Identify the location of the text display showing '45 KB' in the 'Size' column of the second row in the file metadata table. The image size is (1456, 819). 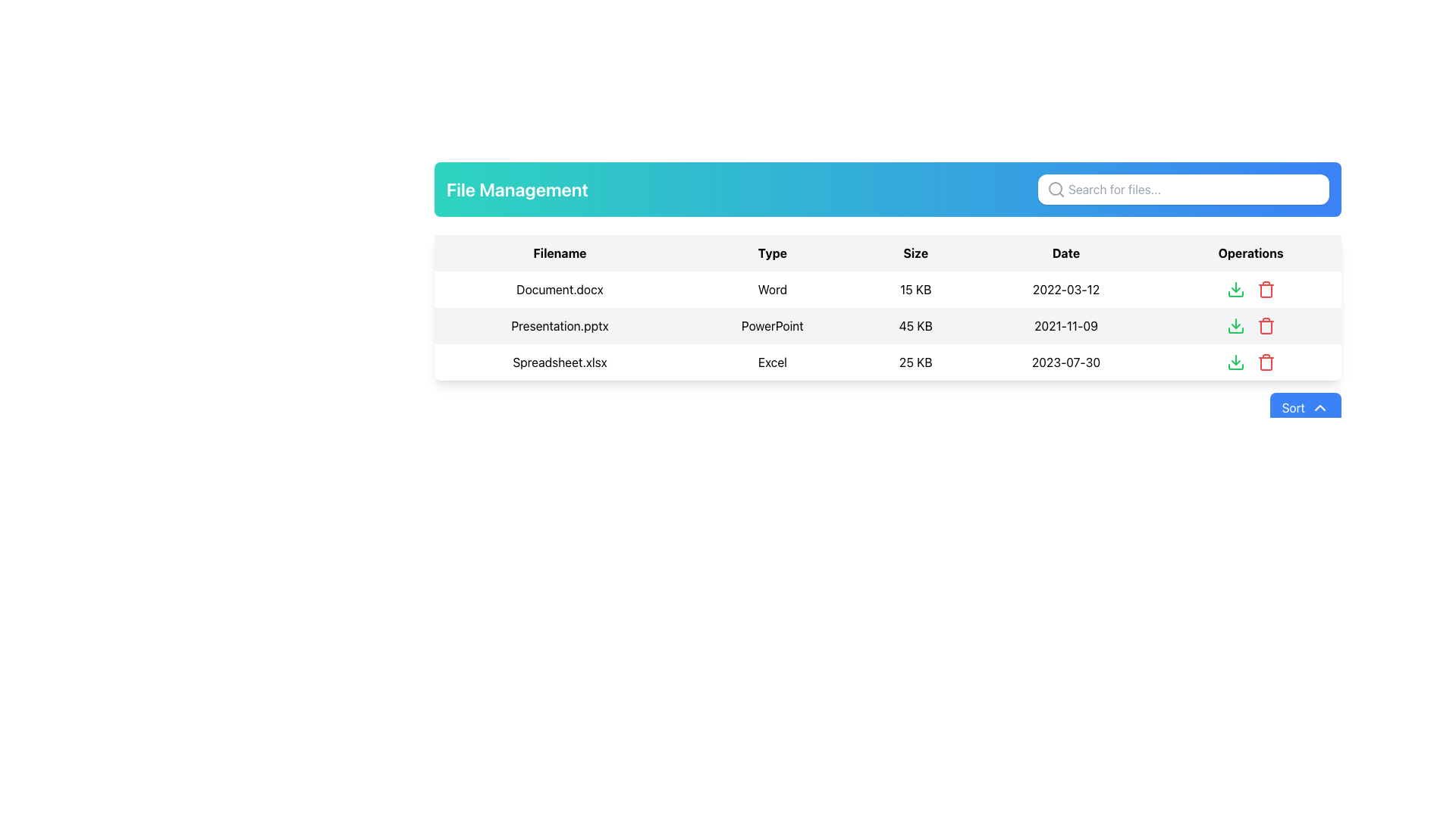
(915, 325).